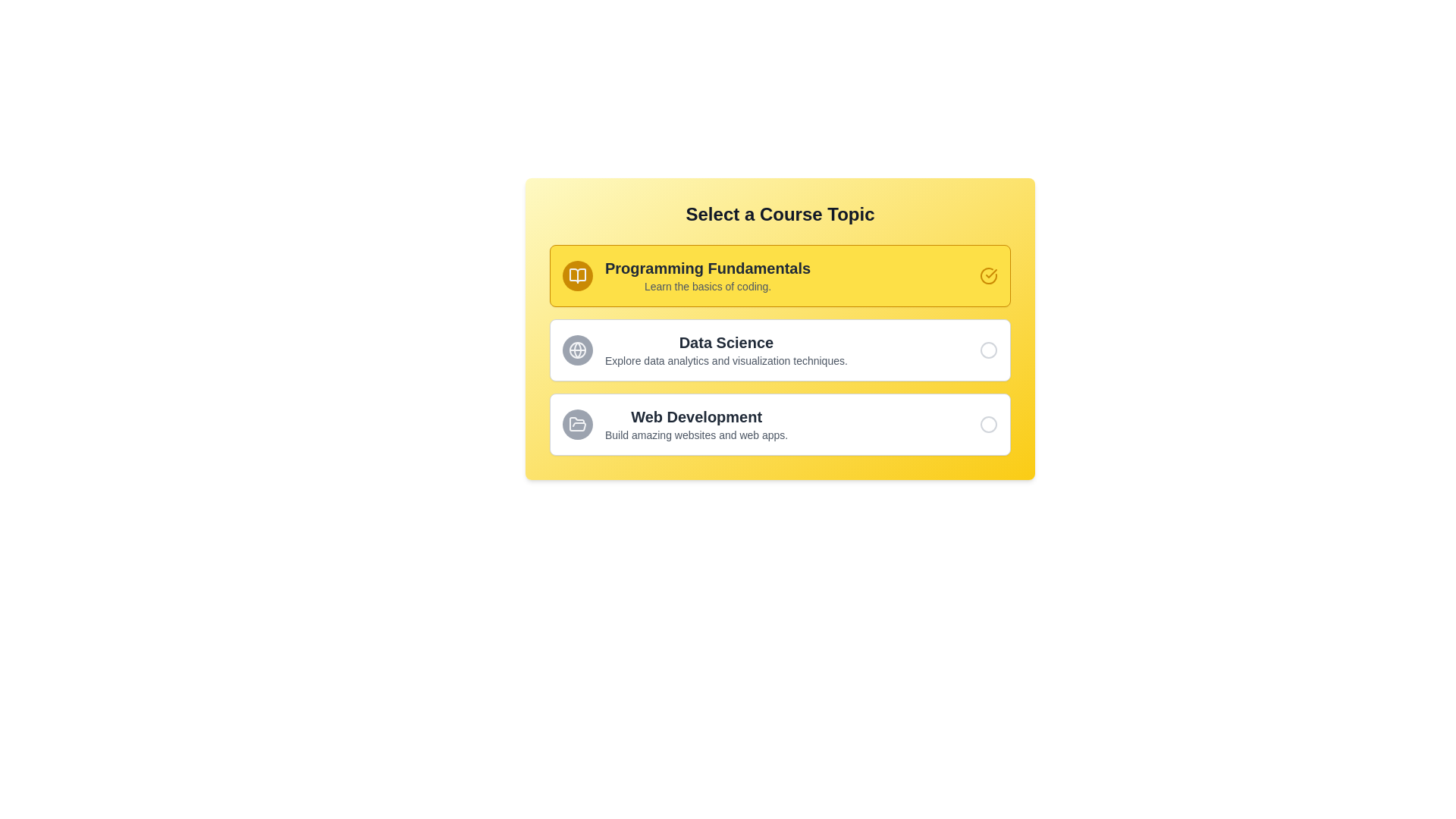  Describe the element at coordinates (725, 360) in the screenshot. I see `the descriptive text element located under the 'Data Science' course option, which provides additional context about the course` at that location.